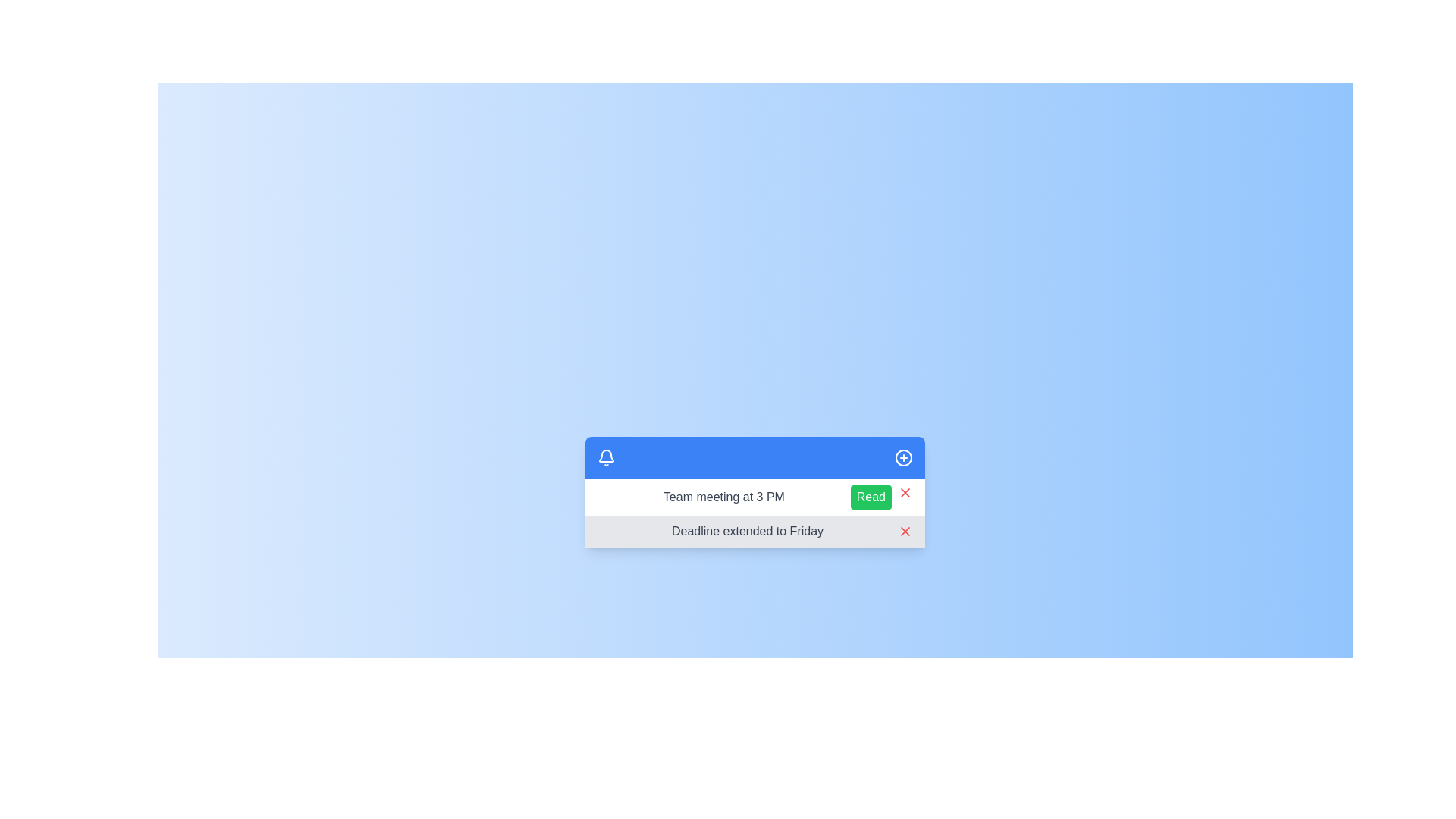 The width and height of the screenshot is (1456, 819). What do you see at coordinates (607, 455) in the screenshot?
I see `the lower section of the blue bell-shaped icon located in the top-left corner of the notification interface panel` at bounding box center [607, 455].